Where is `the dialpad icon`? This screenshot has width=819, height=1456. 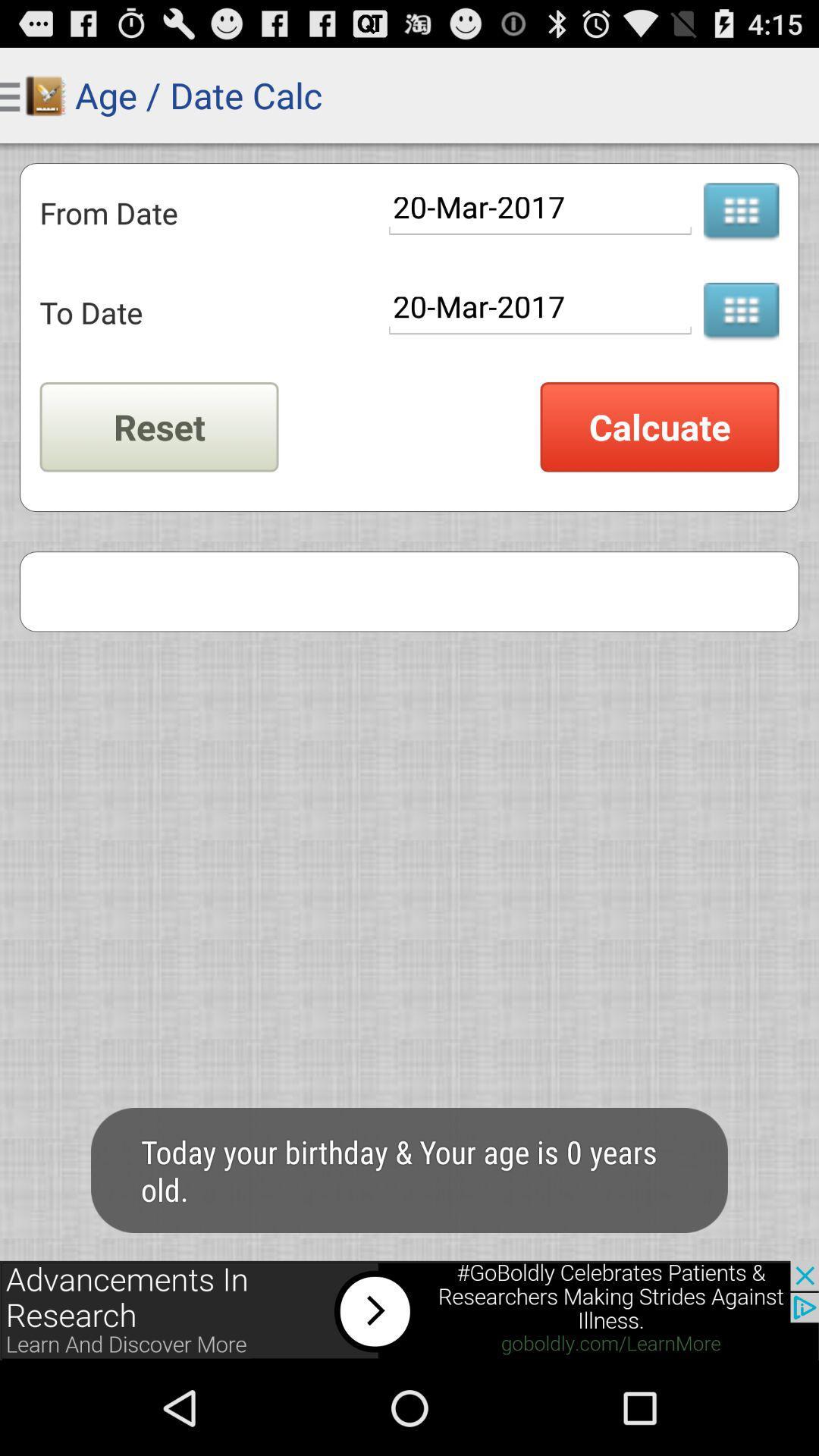 the dialpad icon is located at coordinates (740, 334).